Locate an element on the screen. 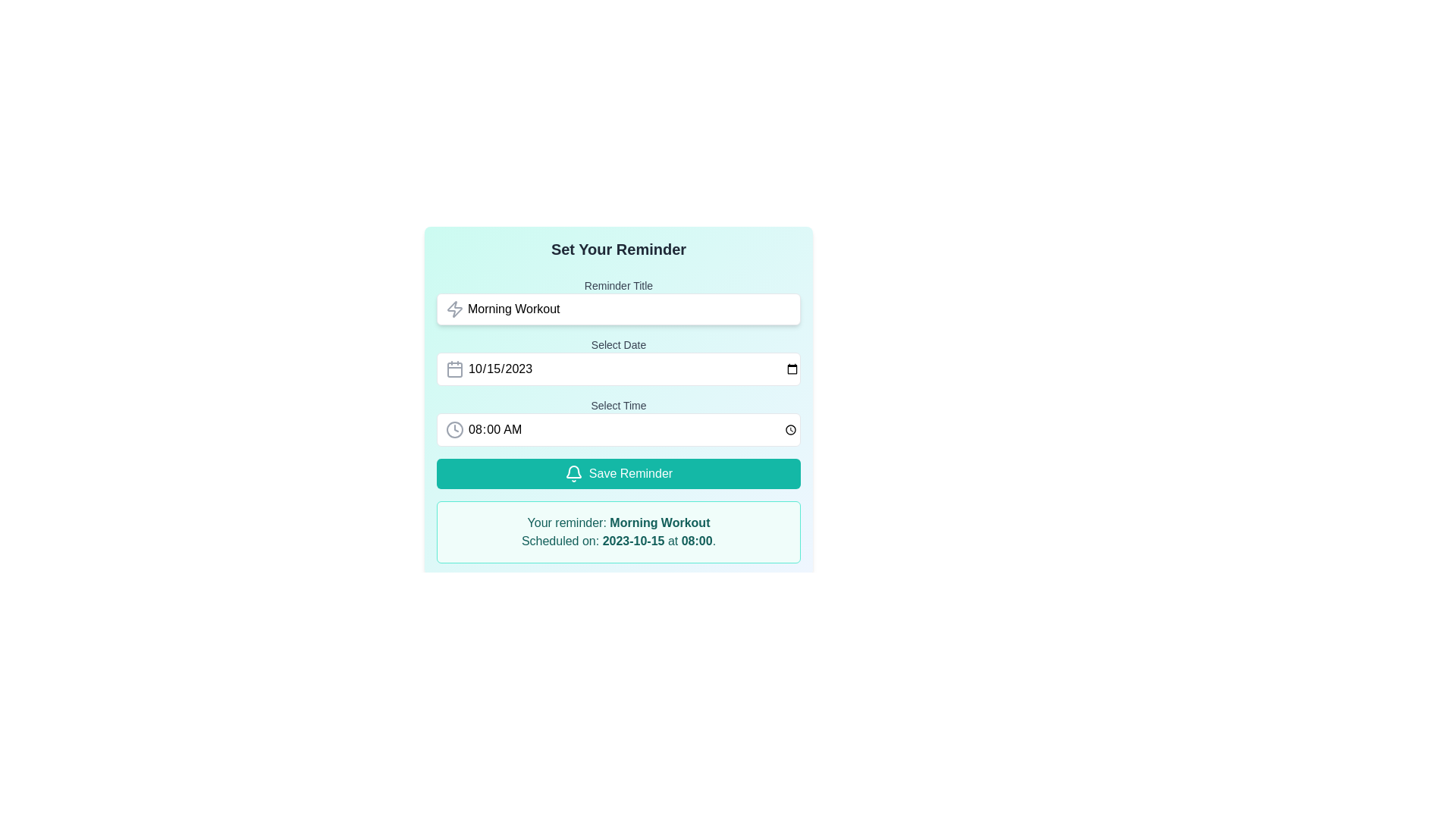 This screenshot has width=1456, height=819. the calendar icon located to the left of the 'Select Date' input field is located at coordinates (454, 369).